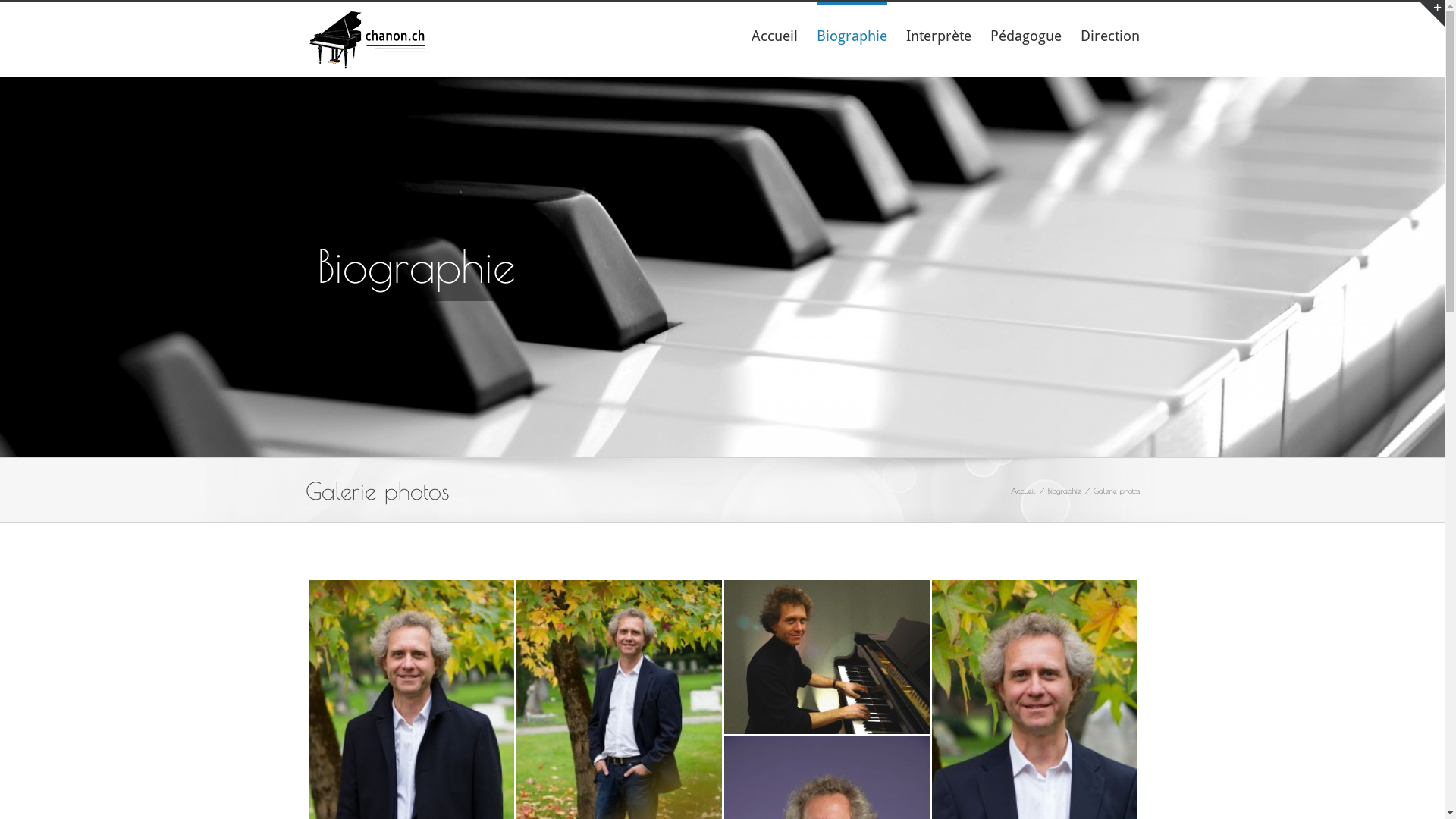 The image size is (1456, 819). I want to click on 'Biographie', so click(851, 34).